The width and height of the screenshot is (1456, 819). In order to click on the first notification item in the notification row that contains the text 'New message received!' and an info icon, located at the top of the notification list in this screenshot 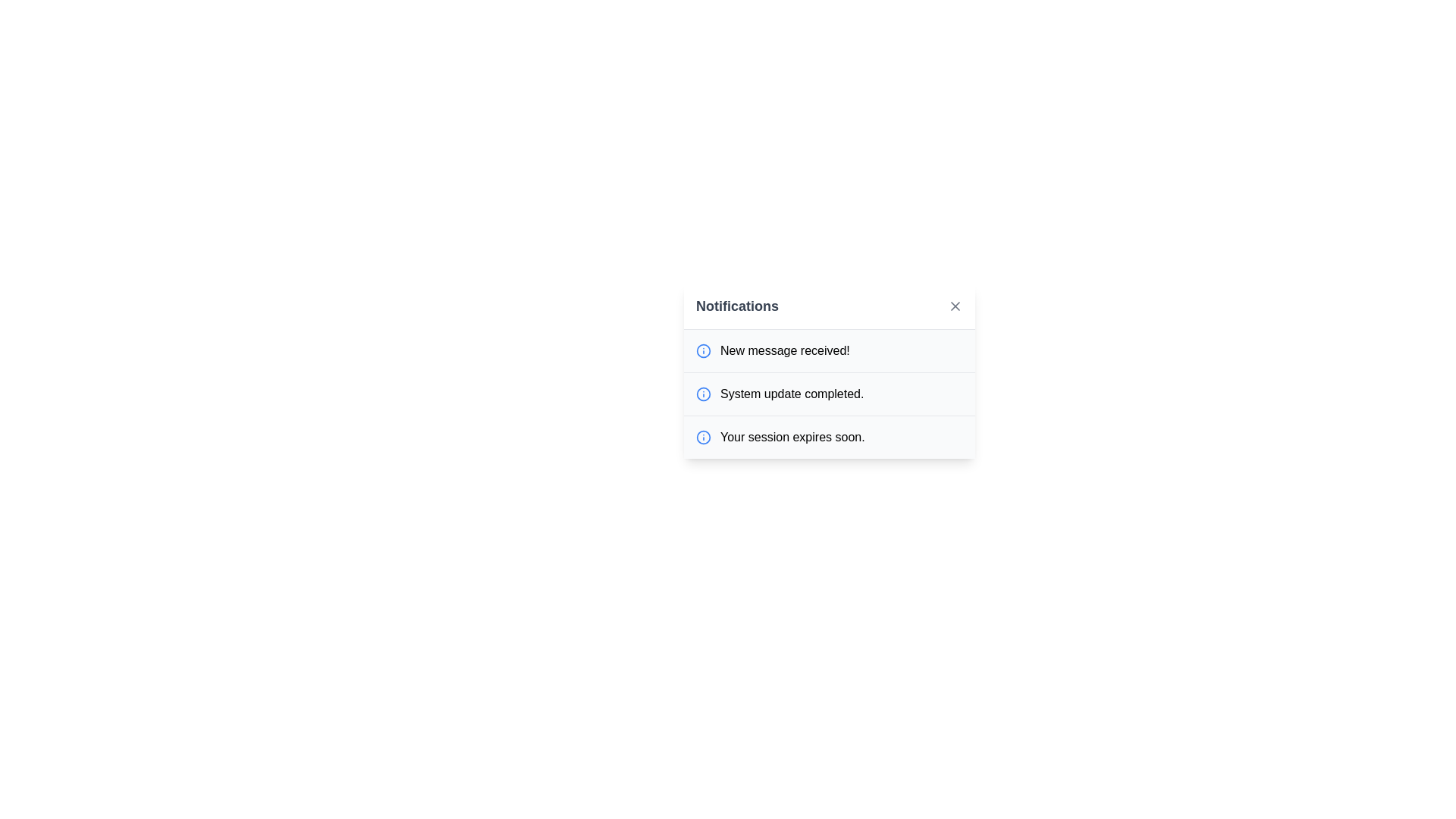, I will do `click(829, 350)`.